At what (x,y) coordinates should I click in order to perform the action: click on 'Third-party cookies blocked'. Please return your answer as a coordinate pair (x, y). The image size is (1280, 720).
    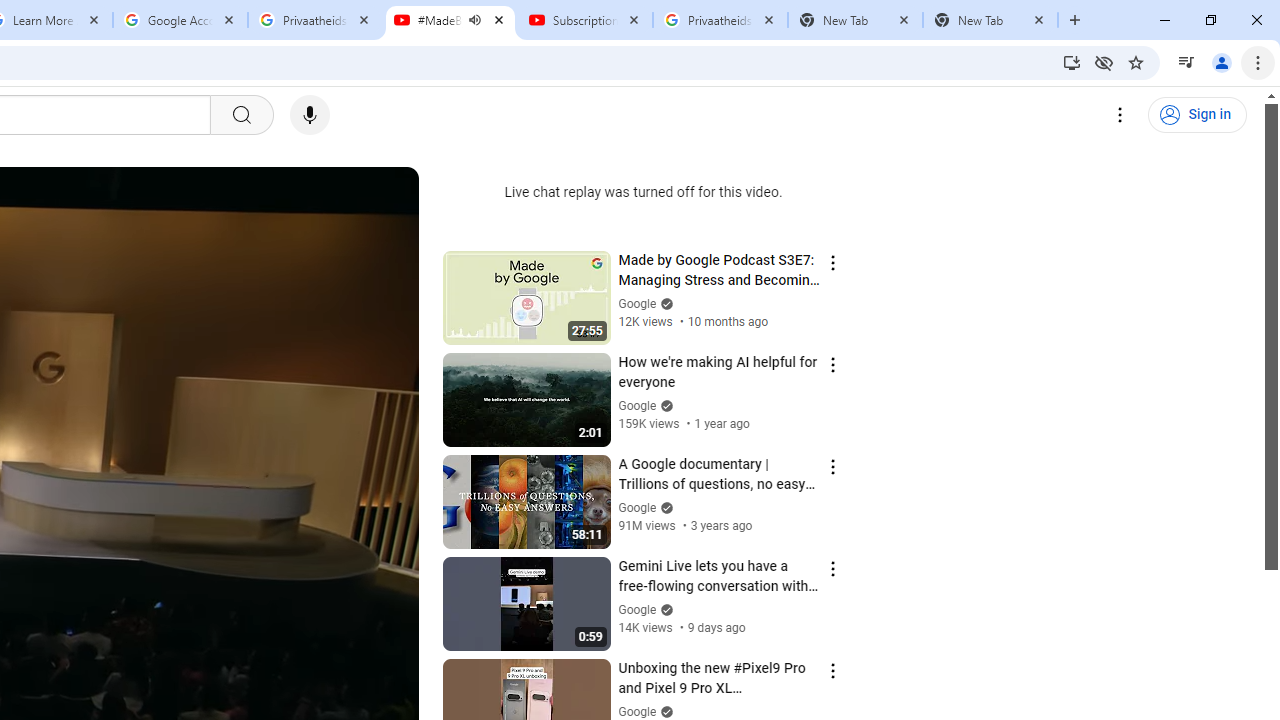
    Looking at the image, I should click on (1103, 61).